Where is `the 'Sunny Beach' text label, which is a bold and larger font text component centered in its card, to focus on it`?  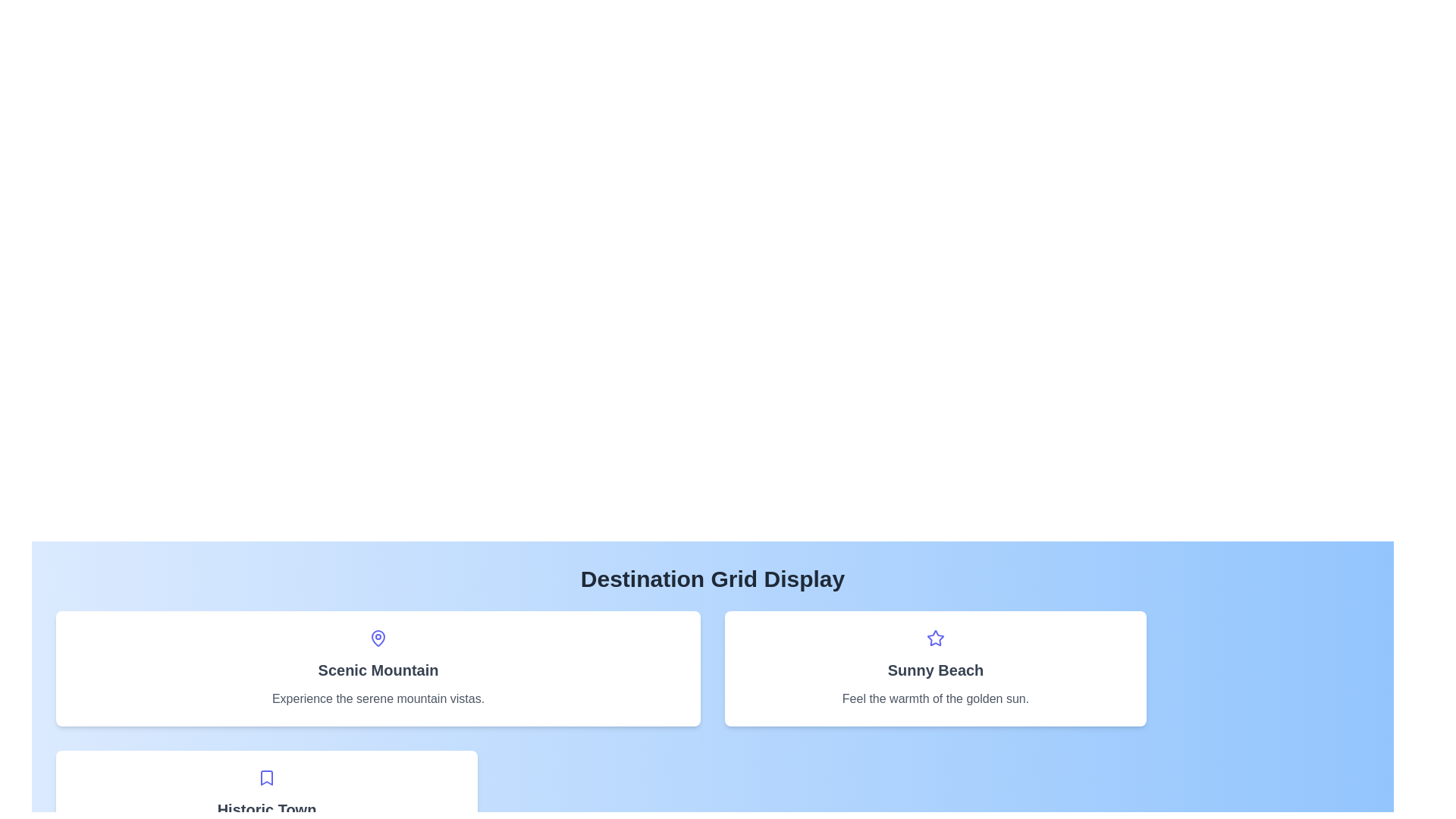
the 'Sunny Beach' text label, which is a bold and larger font text component centered in its card, to focus on it is located at coordinates (934, 669).